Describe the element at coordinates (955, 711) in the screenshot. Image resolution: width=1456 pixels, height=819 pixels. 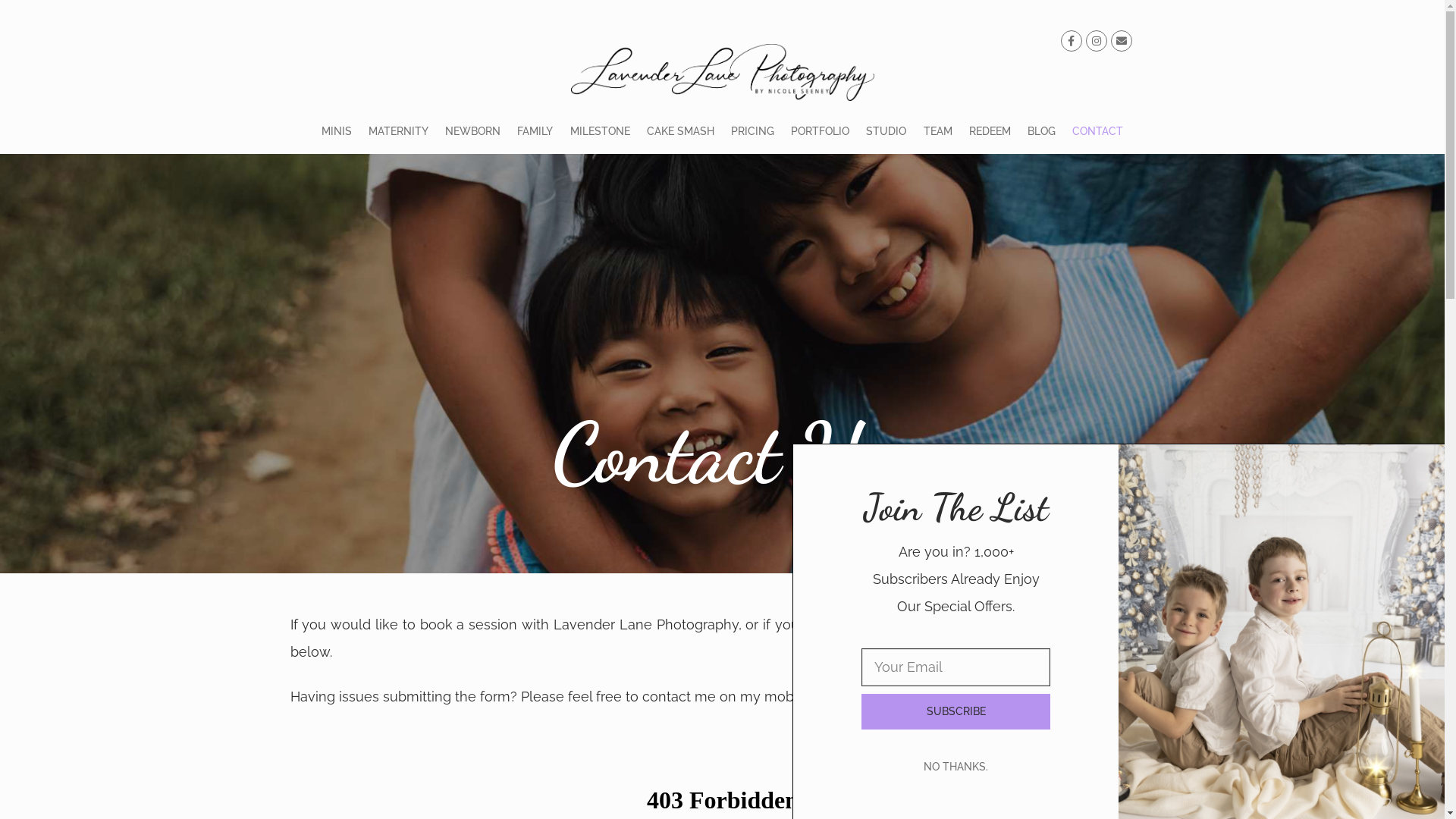
I see `'SUBSCRIBE'` at that location.